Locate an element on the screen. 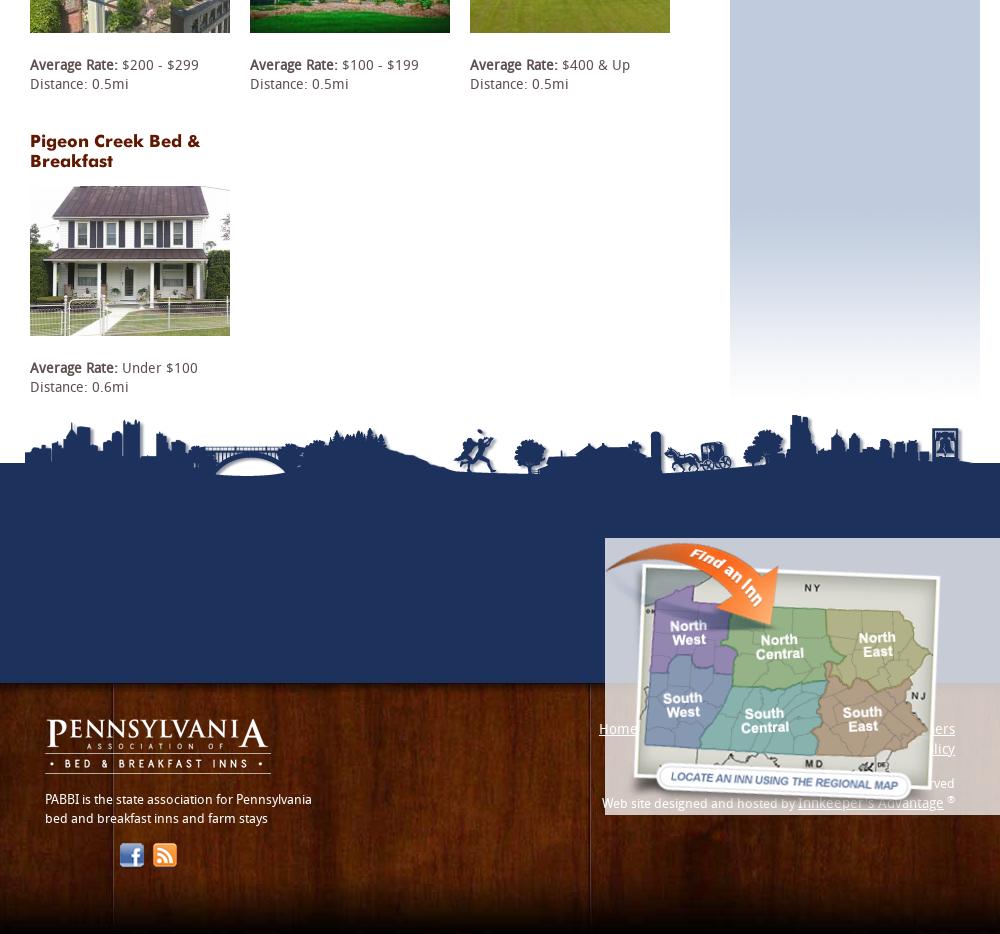  'Allied Partners' is located at coordinates (907, 727).